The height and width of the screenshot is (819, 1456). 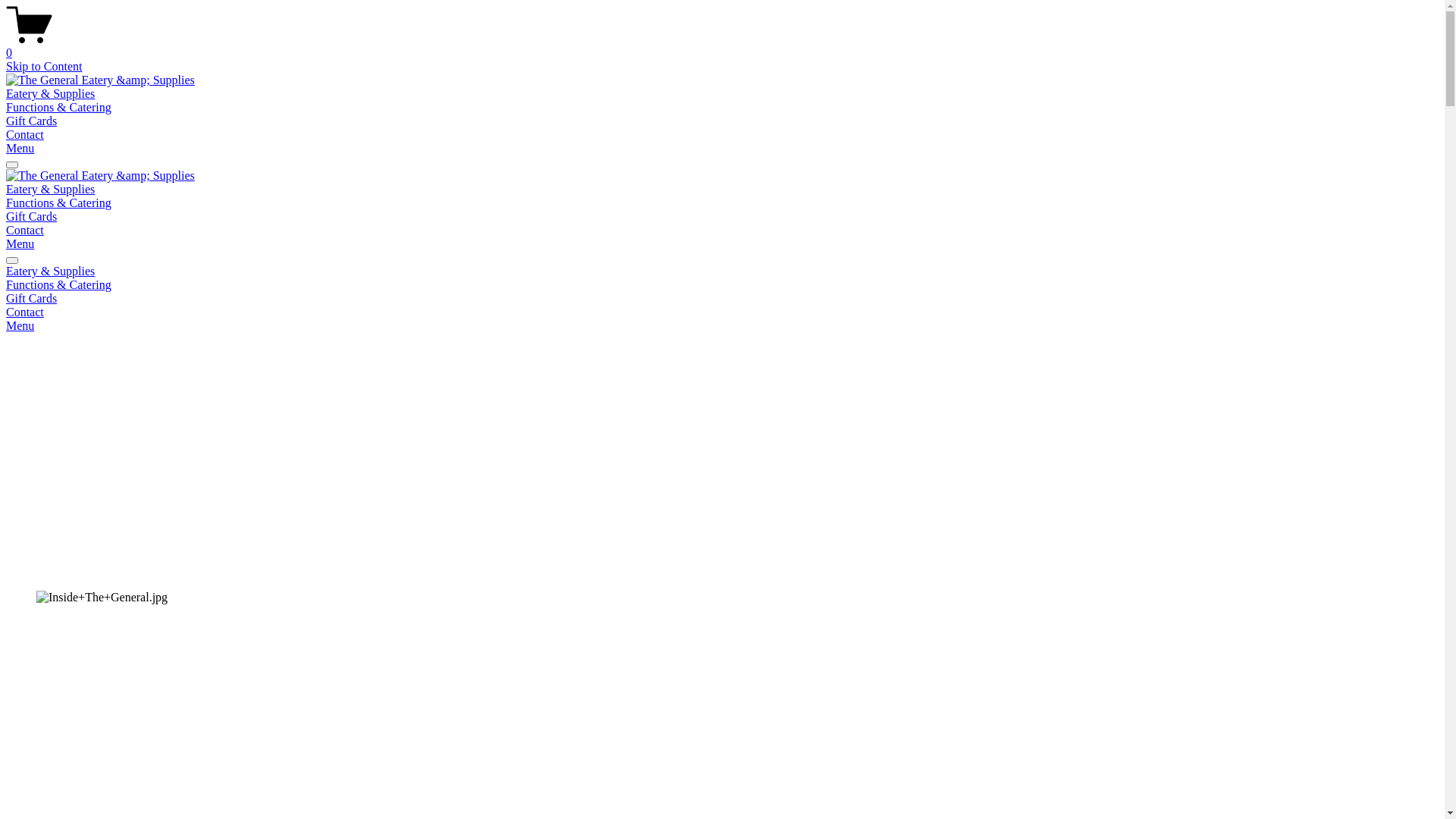 I want to click on 'Functions & Catering', so click(x=6, y=202).